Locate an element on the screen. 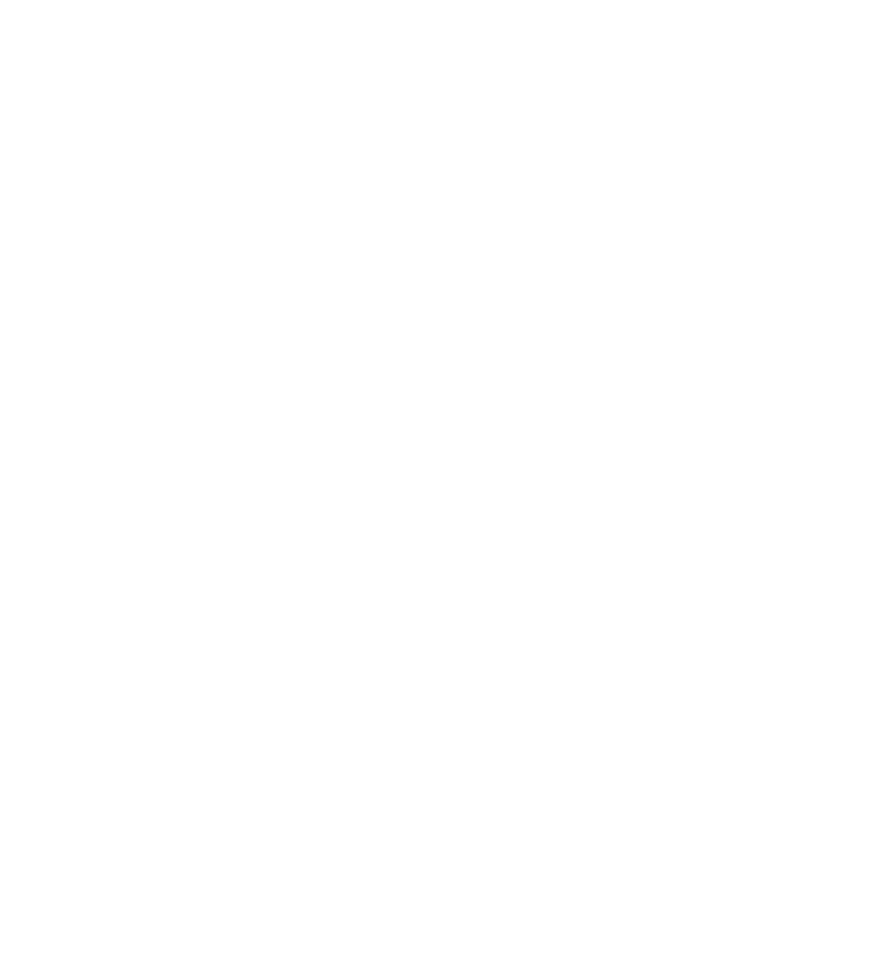 The height and width of the screenshot is (973, 870). 'Audeze Maxwell Now Compatible with Dolby Atmos Renderer' is located at coordinates (370, 735).